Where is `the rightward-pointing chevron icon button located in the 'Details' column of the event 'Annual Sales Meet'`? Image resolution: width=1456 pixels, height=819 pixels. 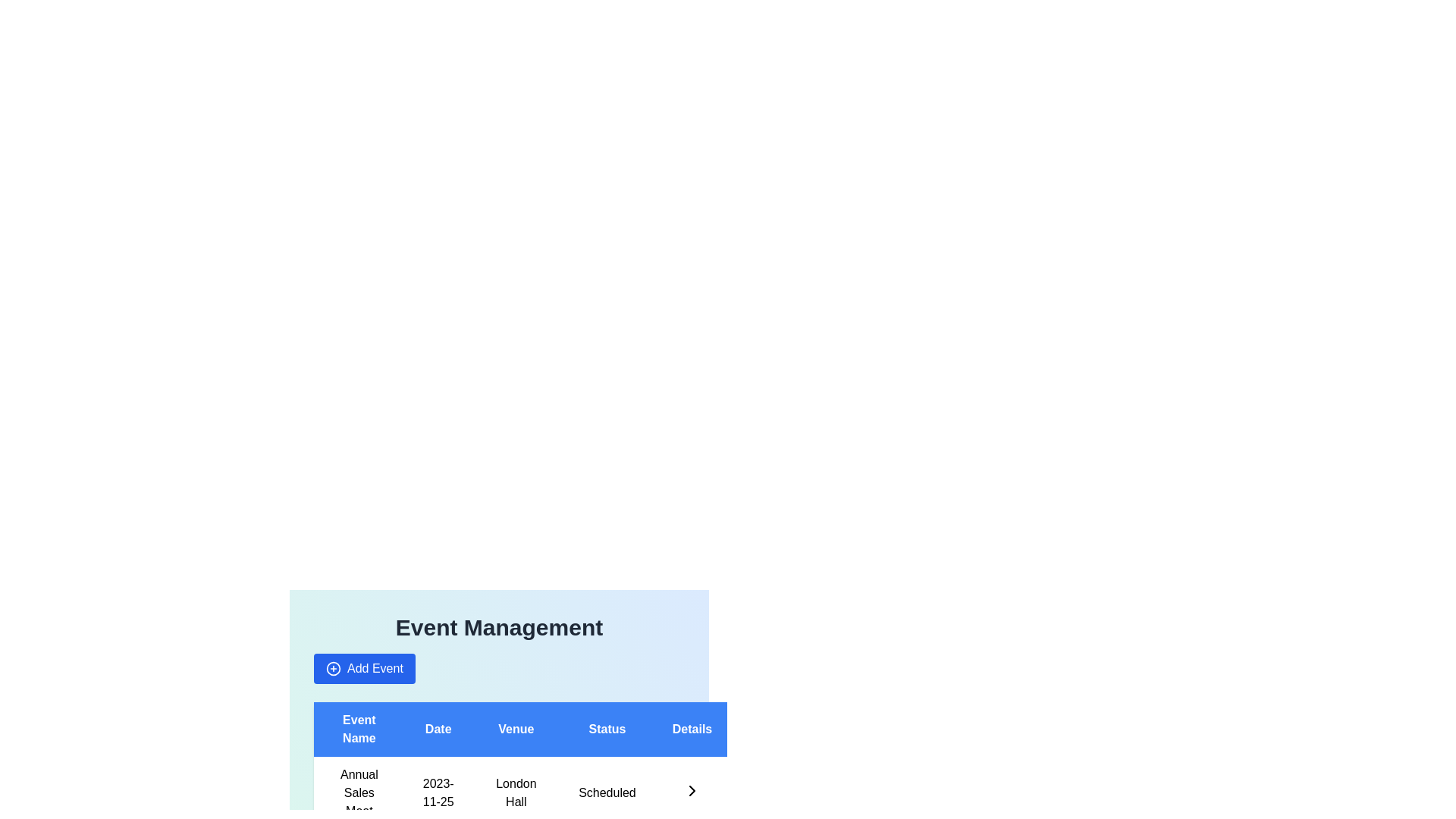
the rightward-pointing chevron icon button located in the 'Details' column of the event 'Annual Sales Meet' is located at coordinates (691, 789).